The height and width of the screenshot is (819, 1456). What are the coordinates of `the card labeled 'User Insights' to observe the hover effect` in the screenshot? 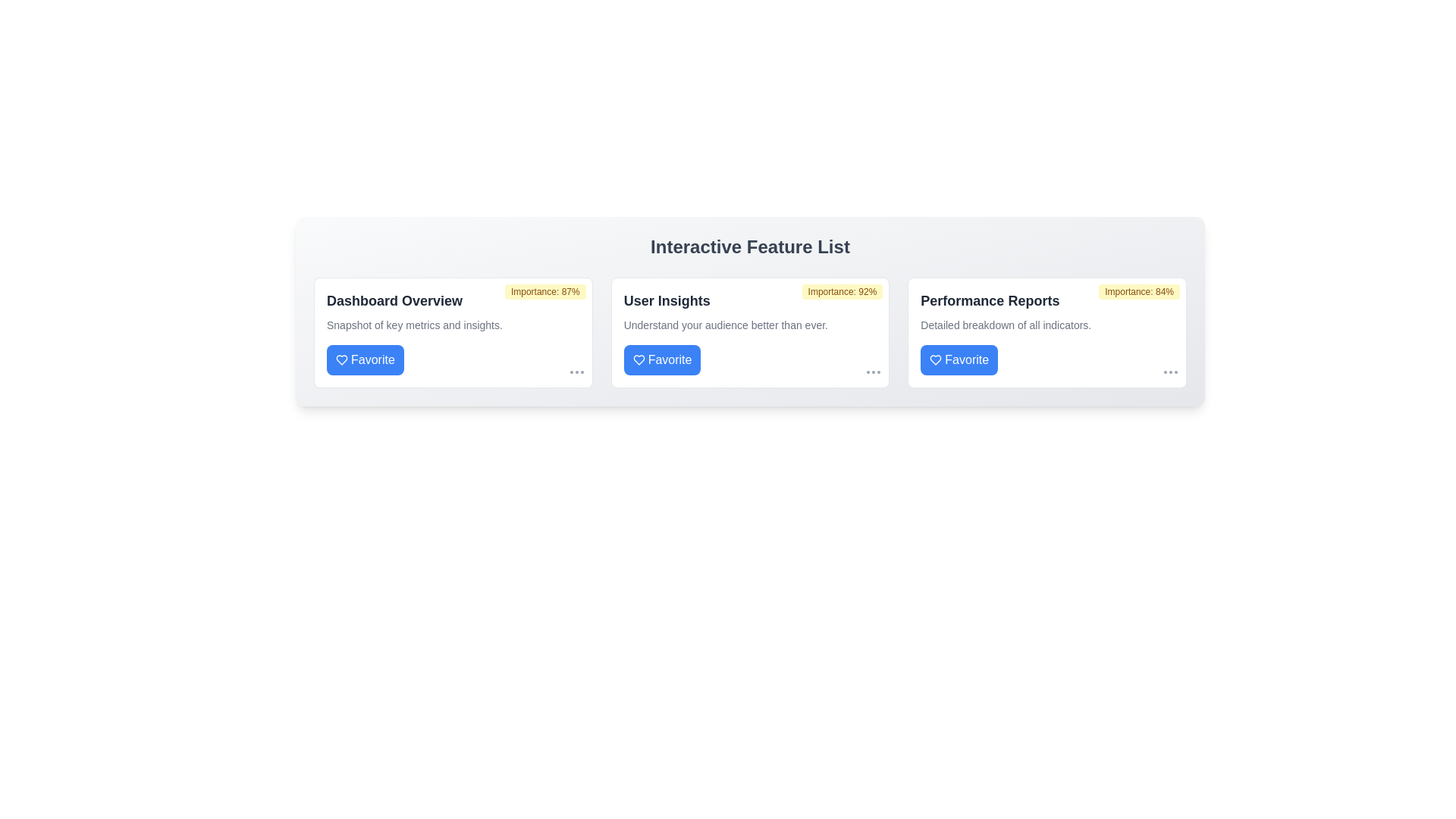 It's located at (750, 332).